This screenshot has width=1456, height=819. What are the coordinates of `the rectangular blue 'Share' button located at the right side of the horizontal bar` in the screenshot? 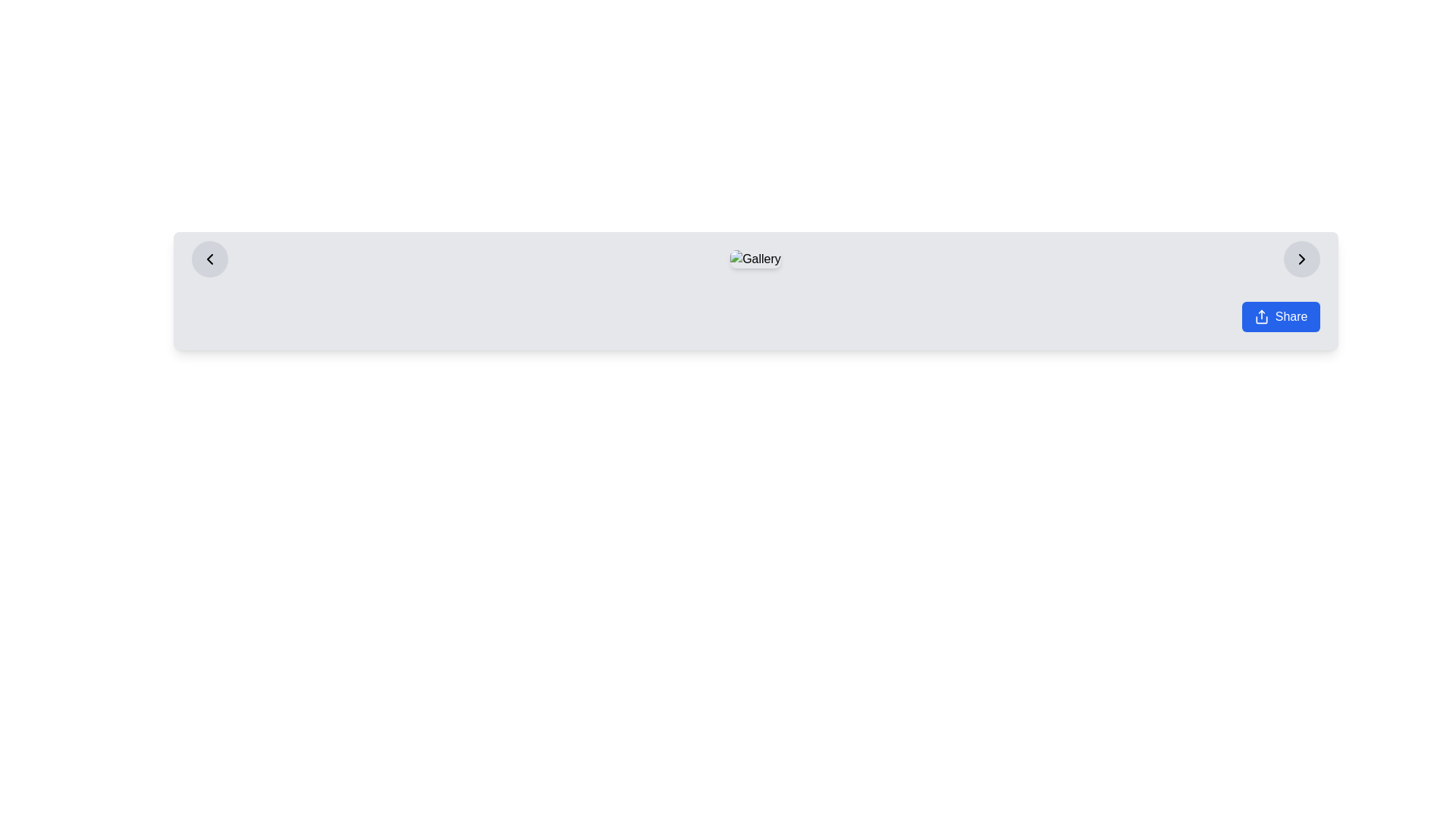 It's located at (1280, 315).